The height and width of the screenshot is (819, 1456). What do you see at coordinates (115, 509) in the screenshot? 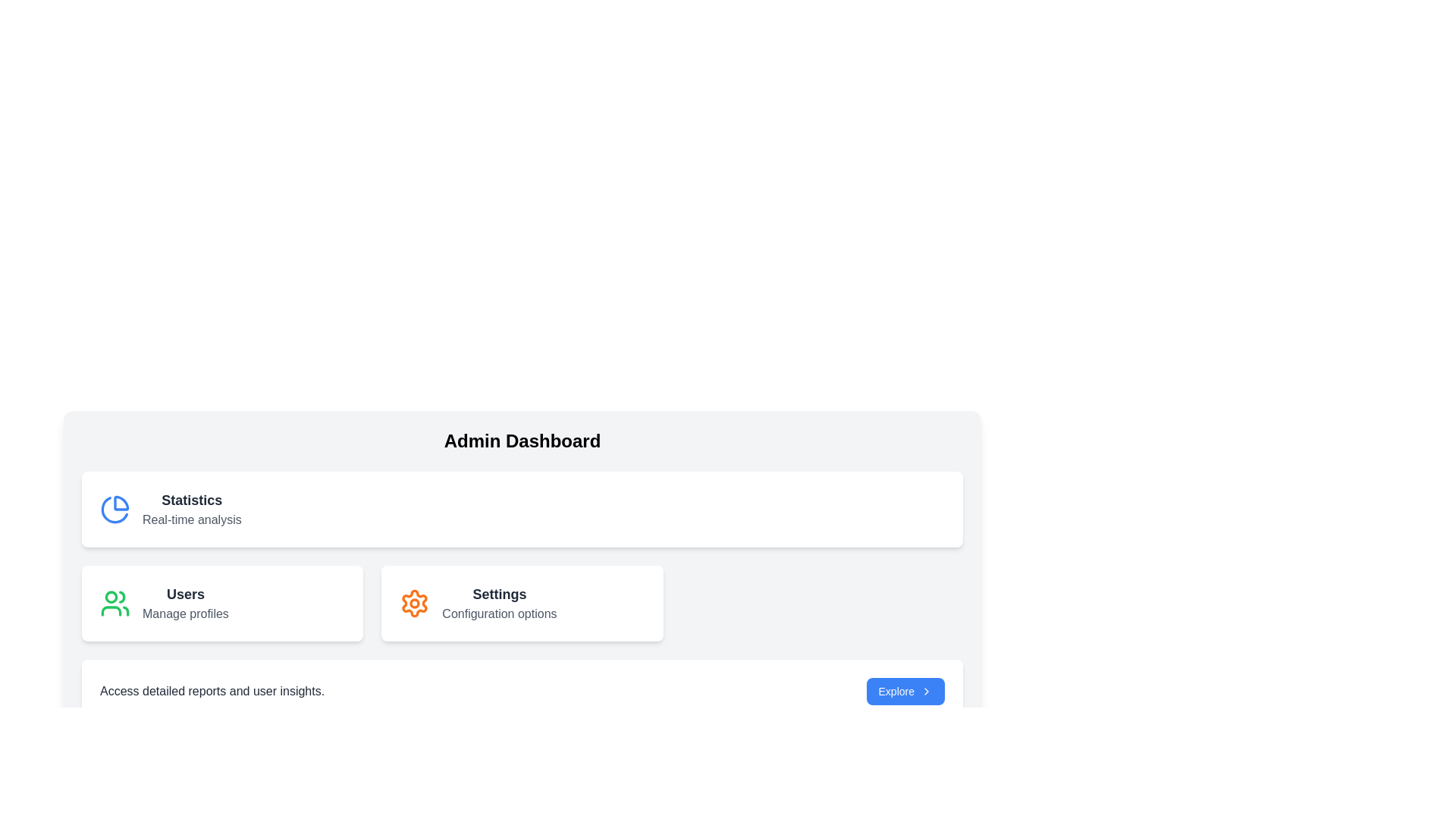
I see `the statistics icon, which is a visual representation of a pie chart located on the left side of the 'Statistics' card in the top-left corner of the interface` at bounding box center [115, 509].